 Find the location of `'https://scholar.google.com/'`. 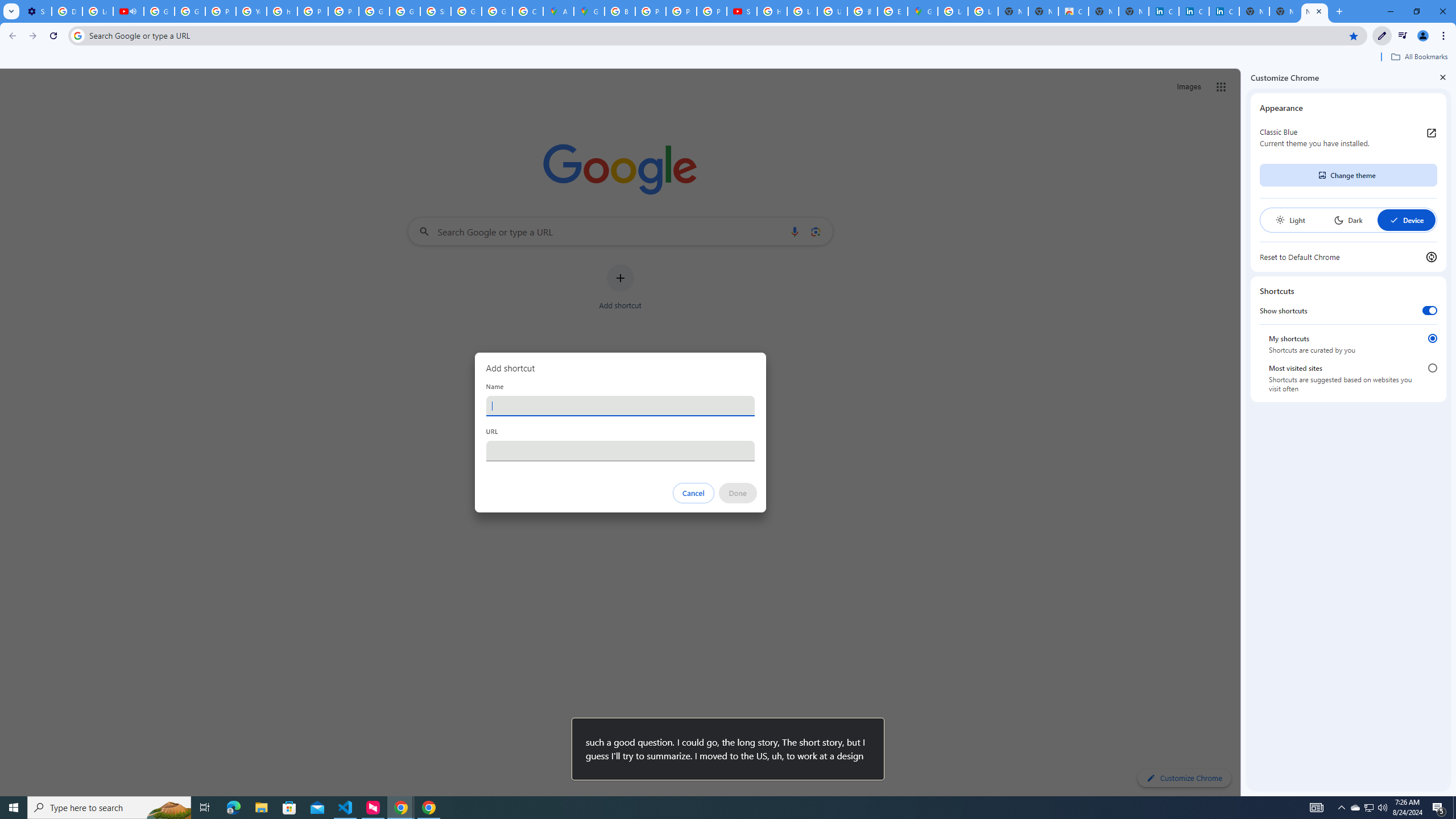

'https://scholar.google.com/' is located at coordinates (282, 11).